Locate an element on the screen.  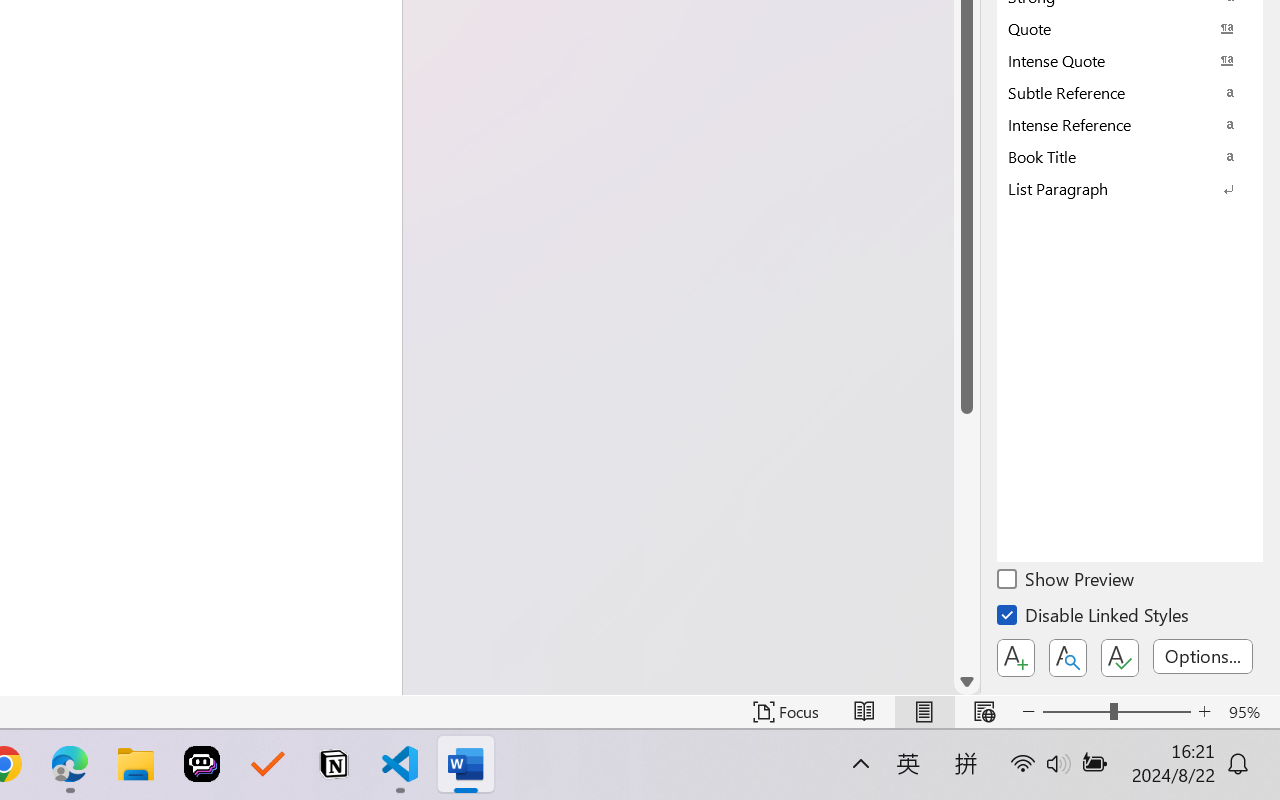
'Subtle Reference' is located at coordinates (1130, 92).